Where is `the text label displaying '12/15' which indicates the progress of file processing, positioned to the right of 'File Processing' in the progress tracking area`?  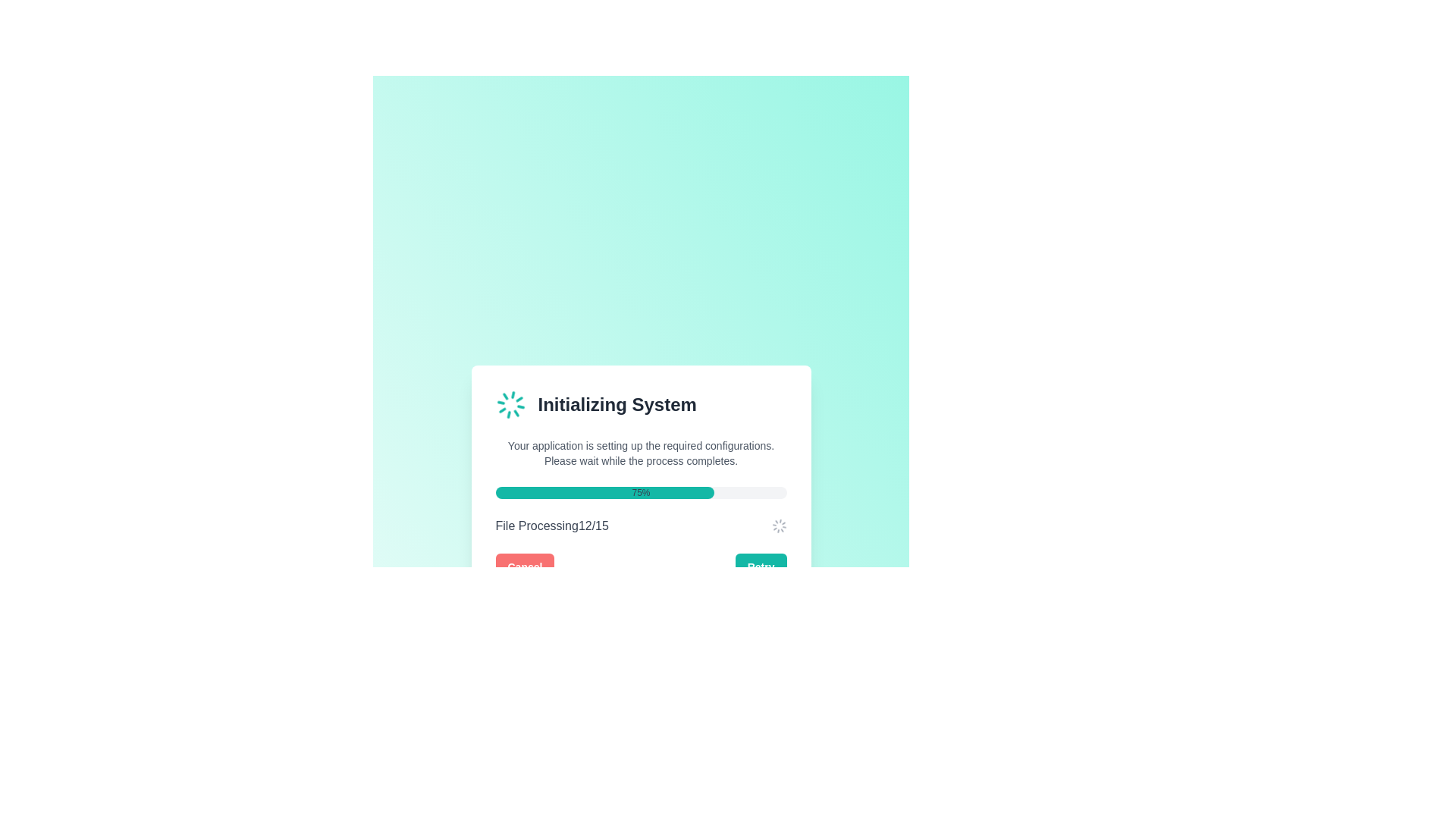
the text label displaying '12/15' which indicates the progress of file processing, positioned to the right of 'File Processing' in the progress tracking area is located at coordinates (592, 526).